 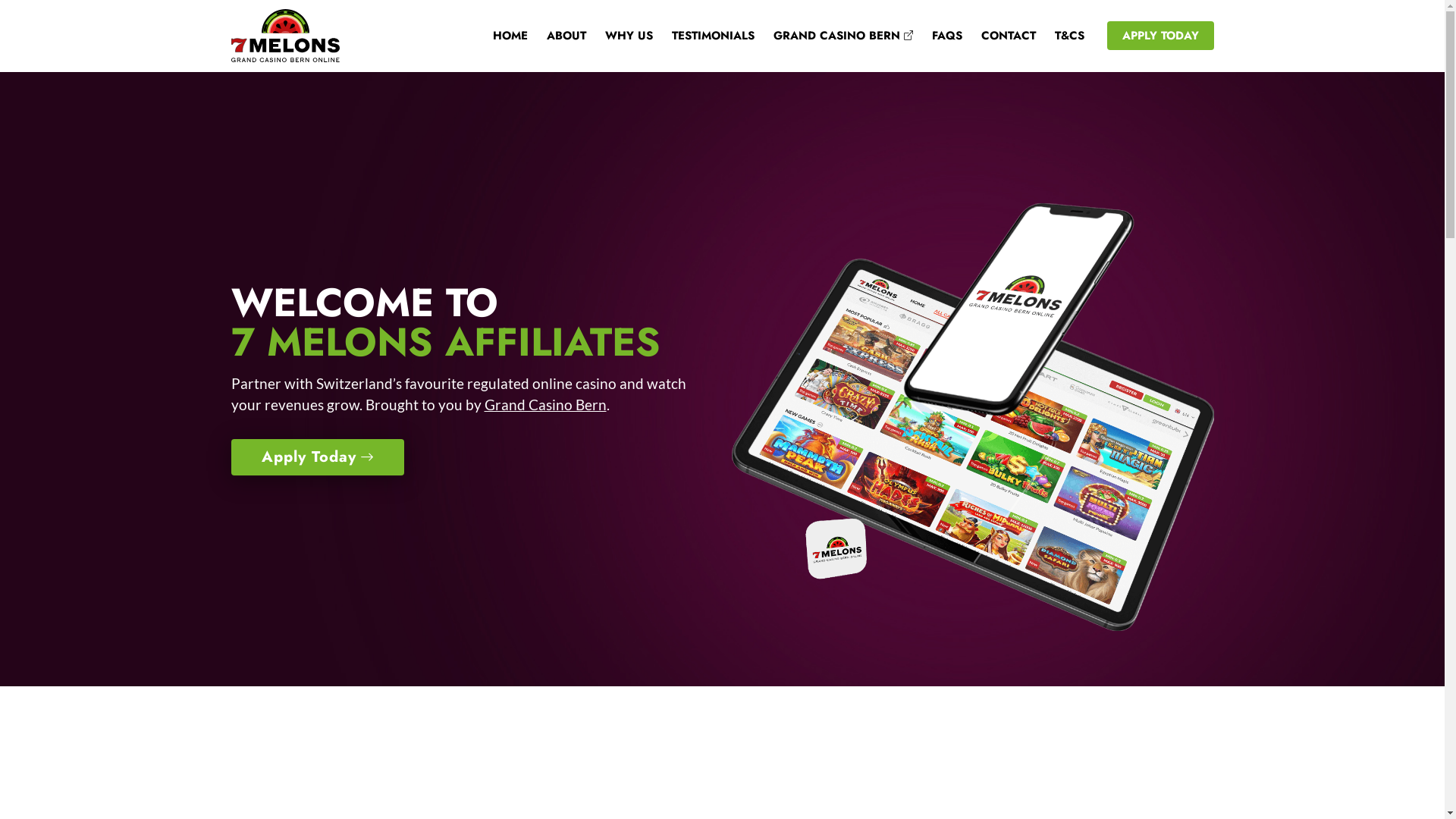 I want to click on 'APPLY TODAY', so click(x=1159, y=35).